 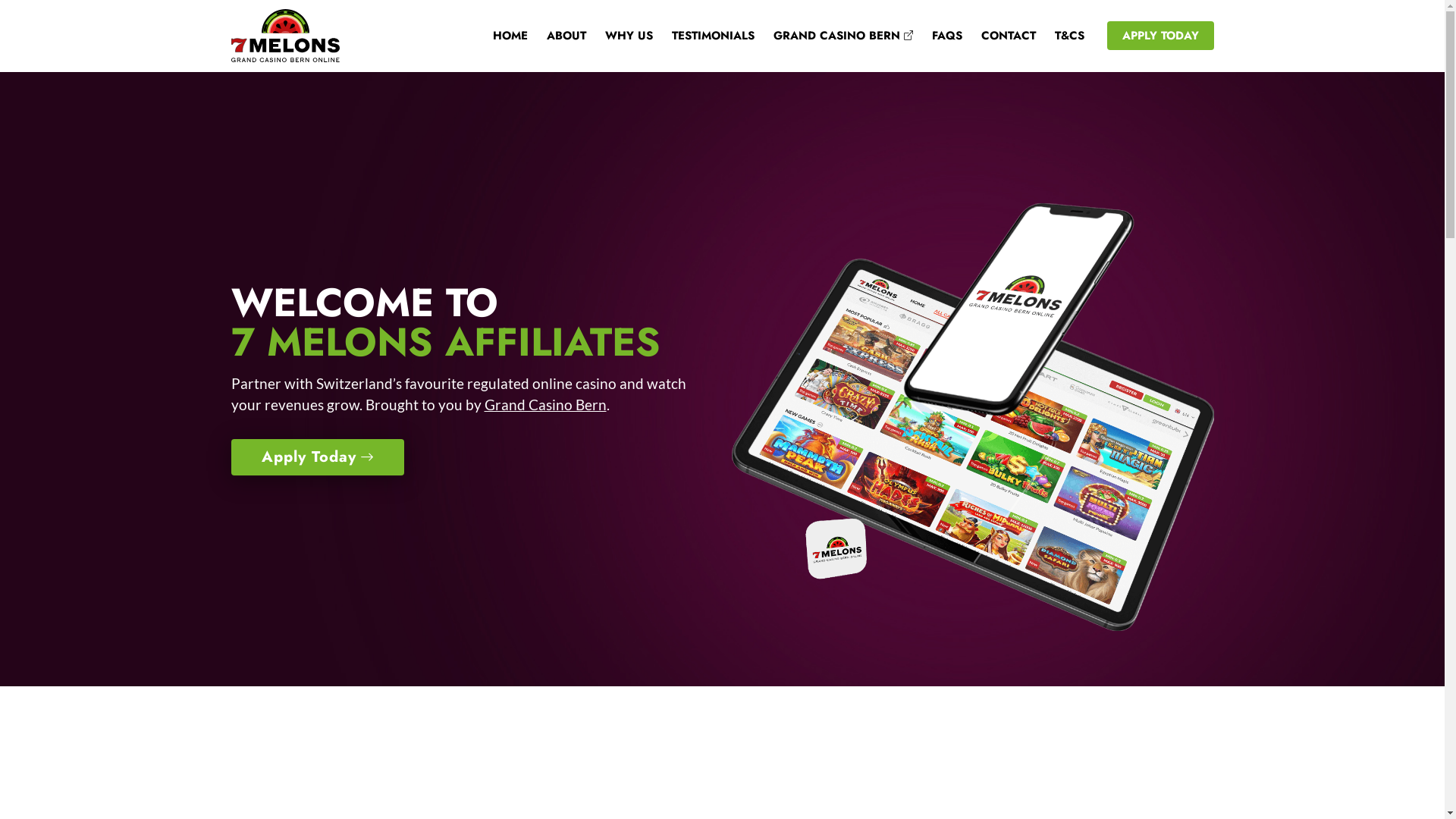 I want to click on 'APPLY TODAY', so click(x=1159, y=35).